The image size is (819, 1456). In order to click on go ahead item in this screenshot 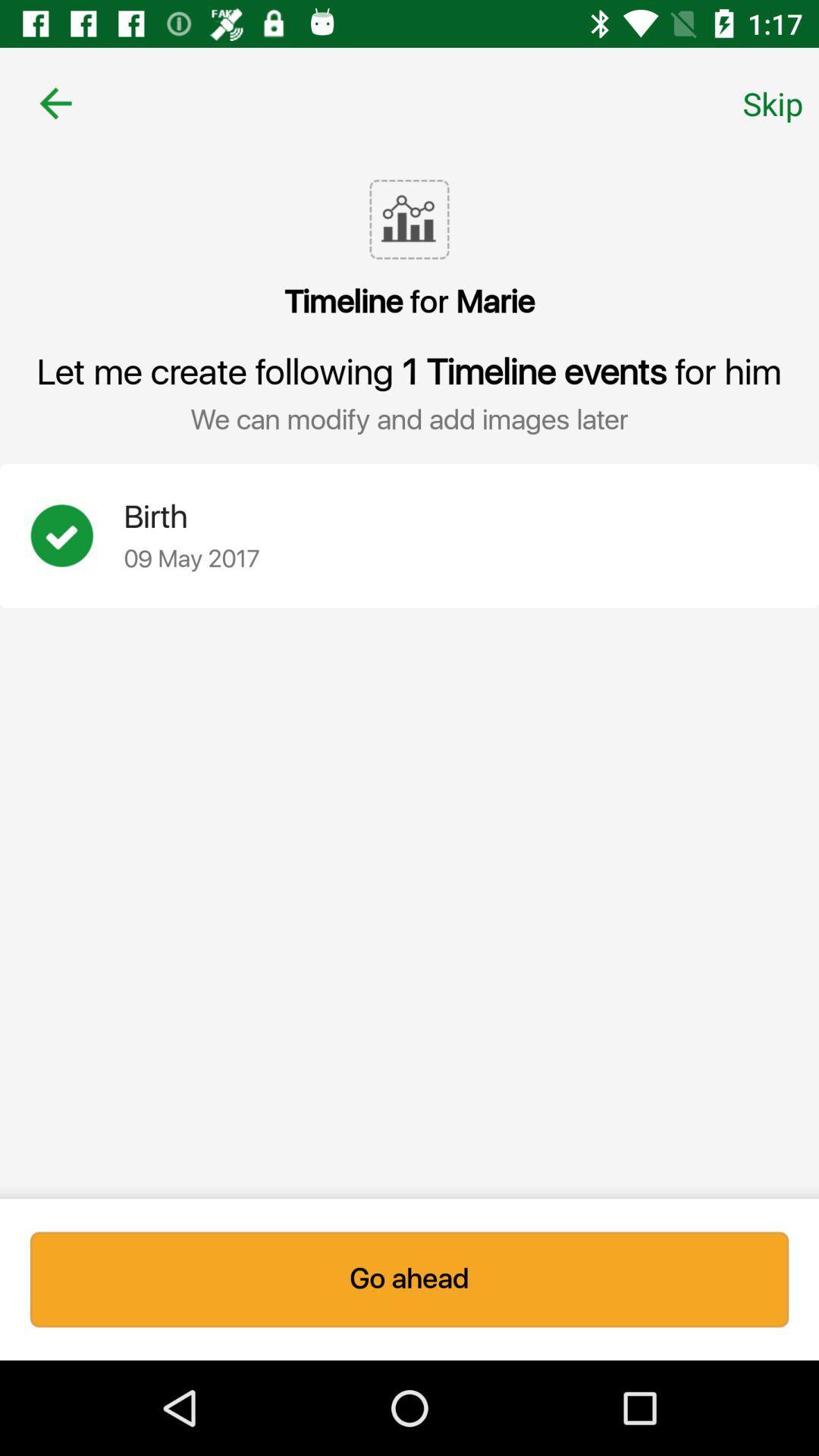, I will do `click(409, 1279)`.